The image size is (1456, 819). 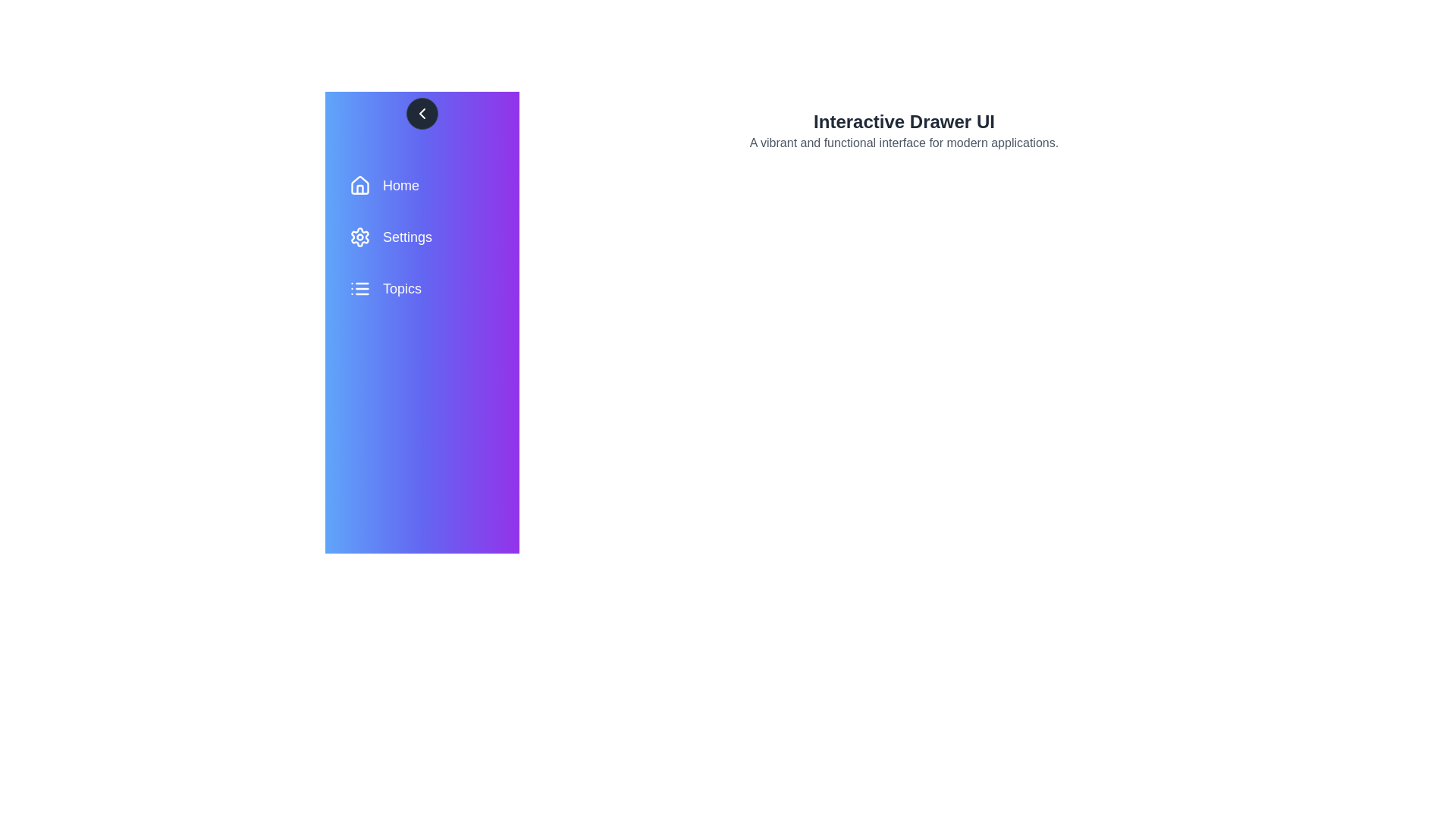 What do you see at coordinates (422, 113) in the screenshot?
I see `chevron button to toggle the drawer state` at bounding box center [422, 113].